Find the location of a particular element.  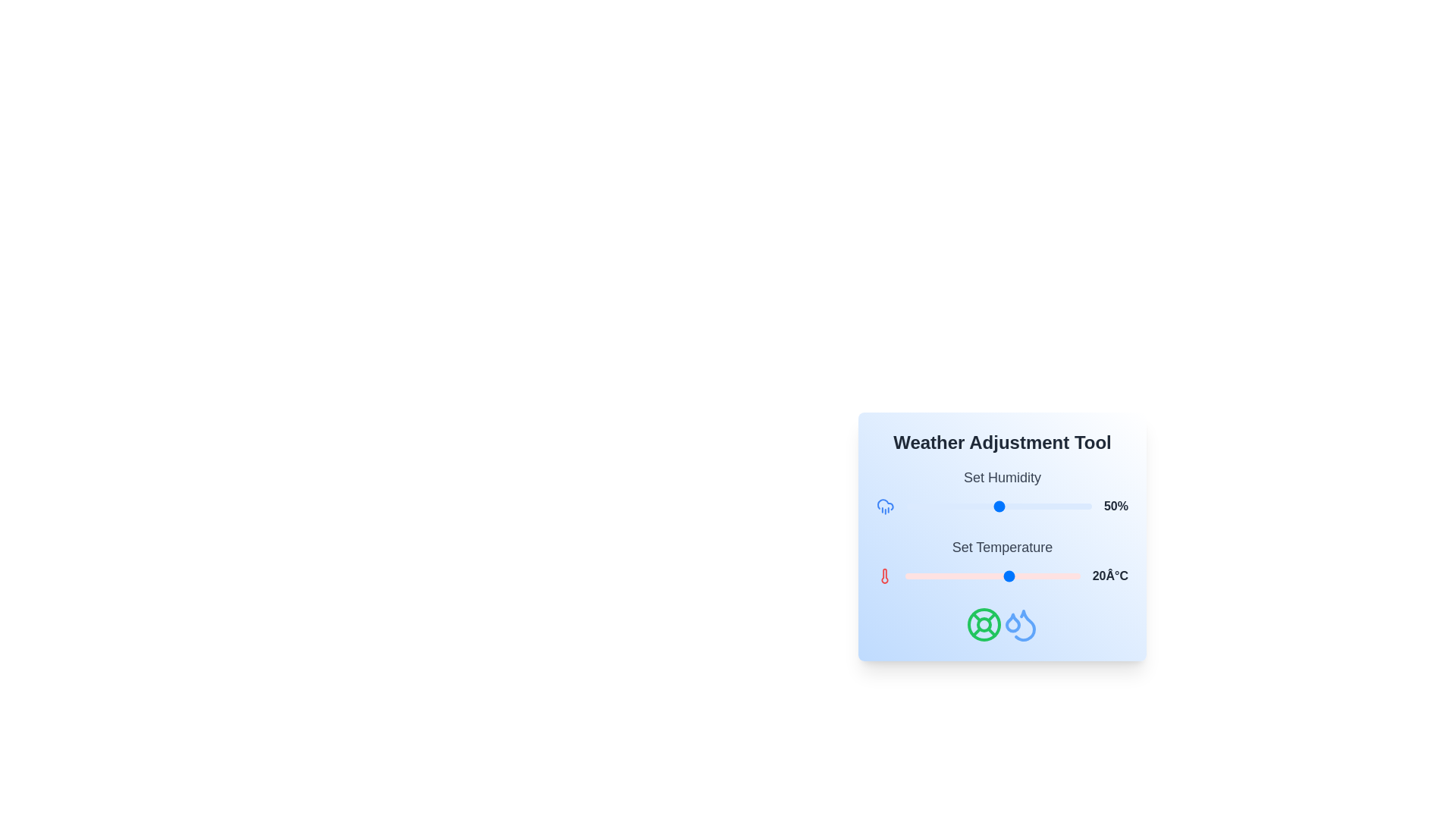

the humidity slider to 21% is located at coordinates (944, 506).